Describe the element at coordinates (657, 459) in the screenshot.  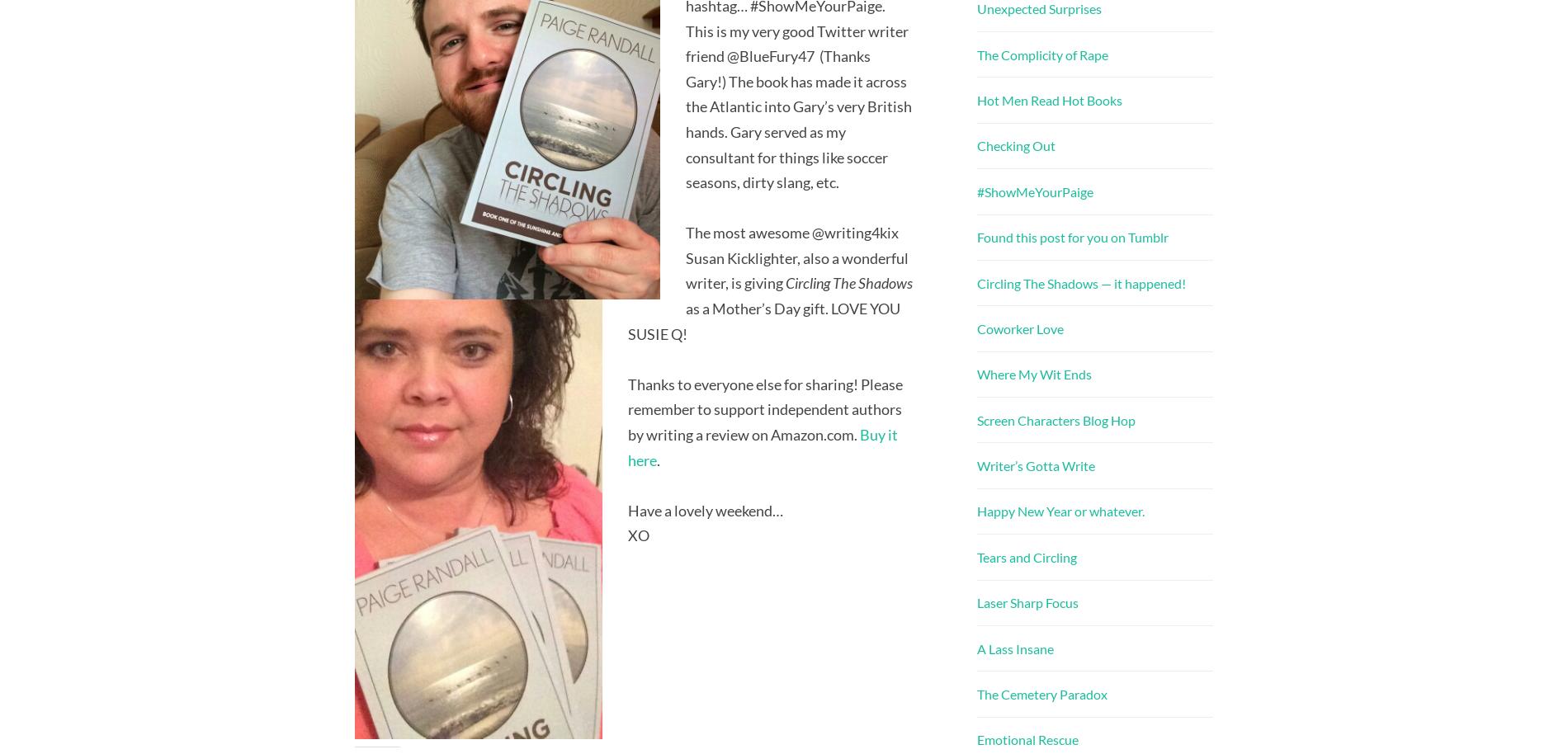
I see `'.'` at that location.